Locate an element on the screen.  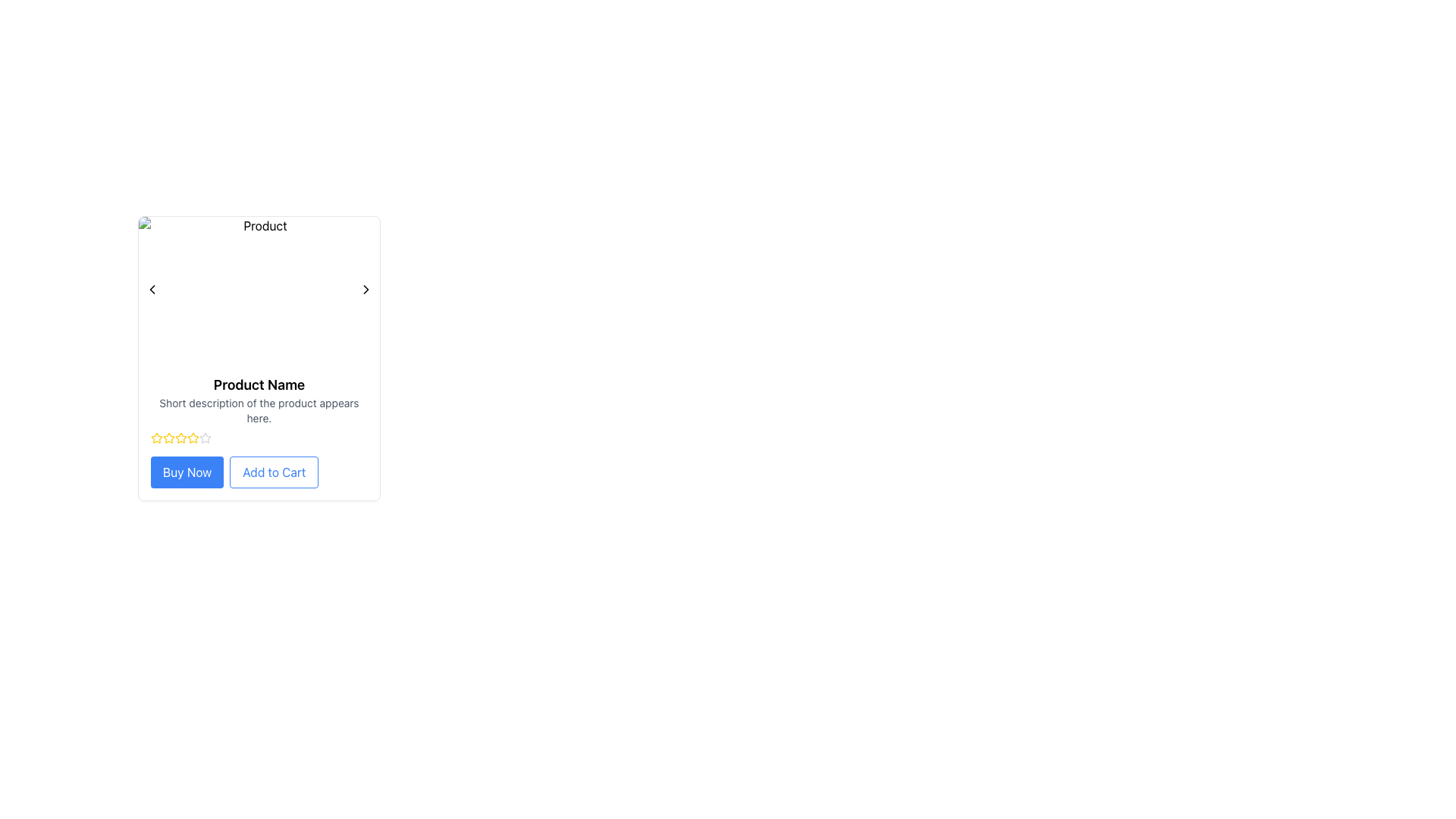
the star icon is located at coordinates (156, 438).